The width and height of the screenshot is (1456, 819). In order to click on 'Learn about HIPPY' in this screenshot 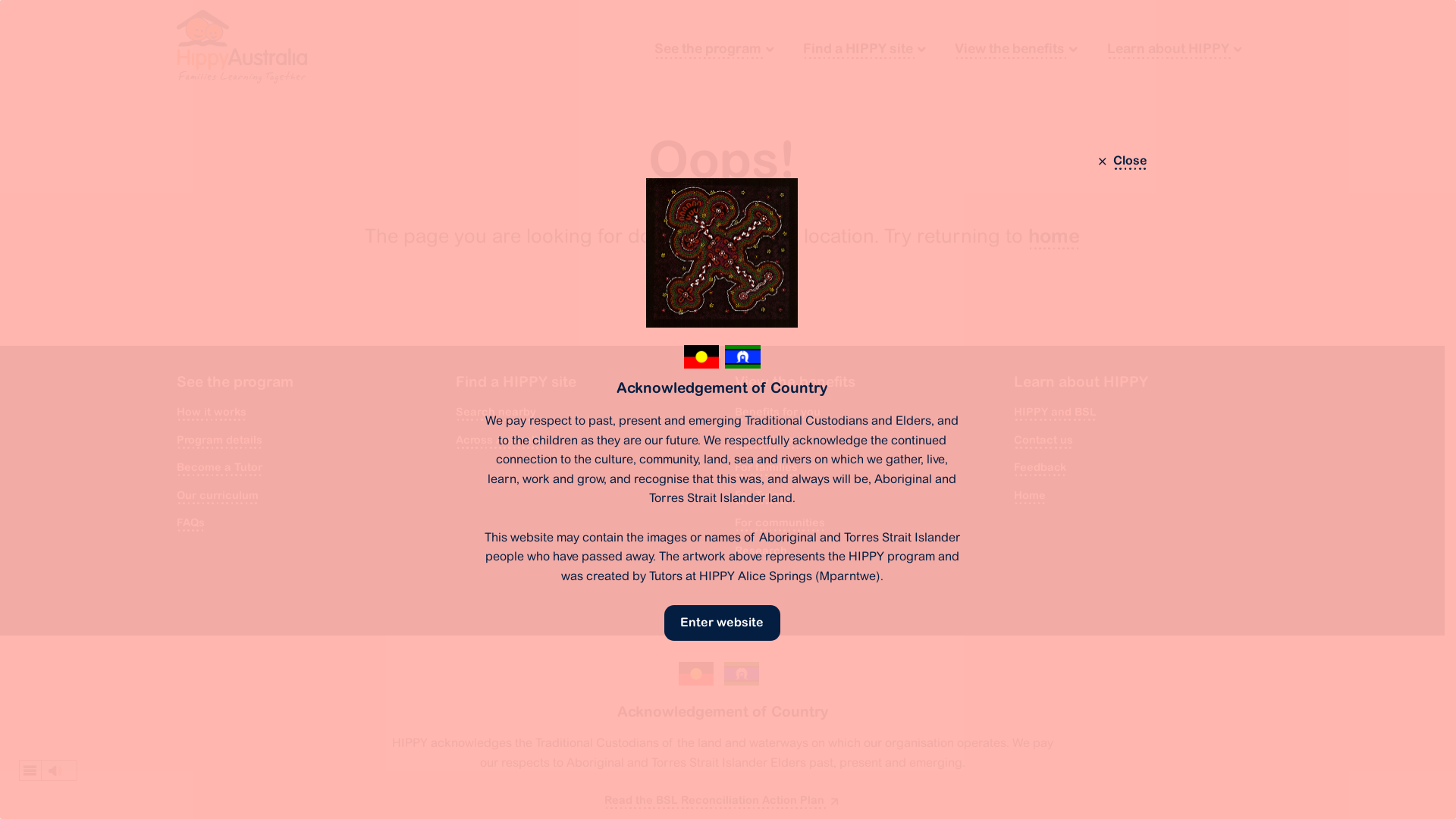, I will do `click(1173, 48)`.